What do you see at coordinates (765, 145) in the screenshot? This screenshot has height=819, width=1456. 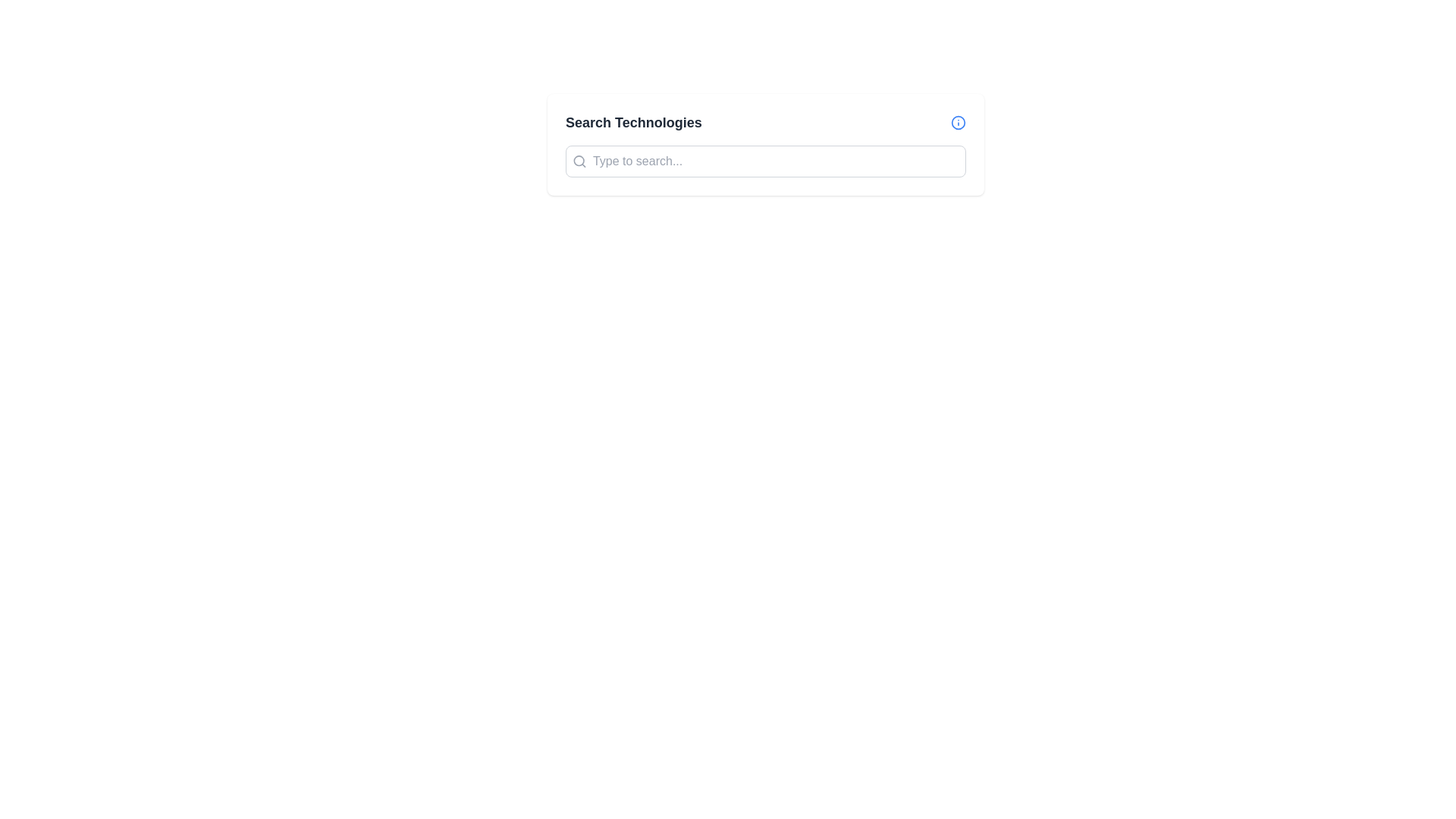 I see `the interactive search interface element` at bounding box center [765, 145].